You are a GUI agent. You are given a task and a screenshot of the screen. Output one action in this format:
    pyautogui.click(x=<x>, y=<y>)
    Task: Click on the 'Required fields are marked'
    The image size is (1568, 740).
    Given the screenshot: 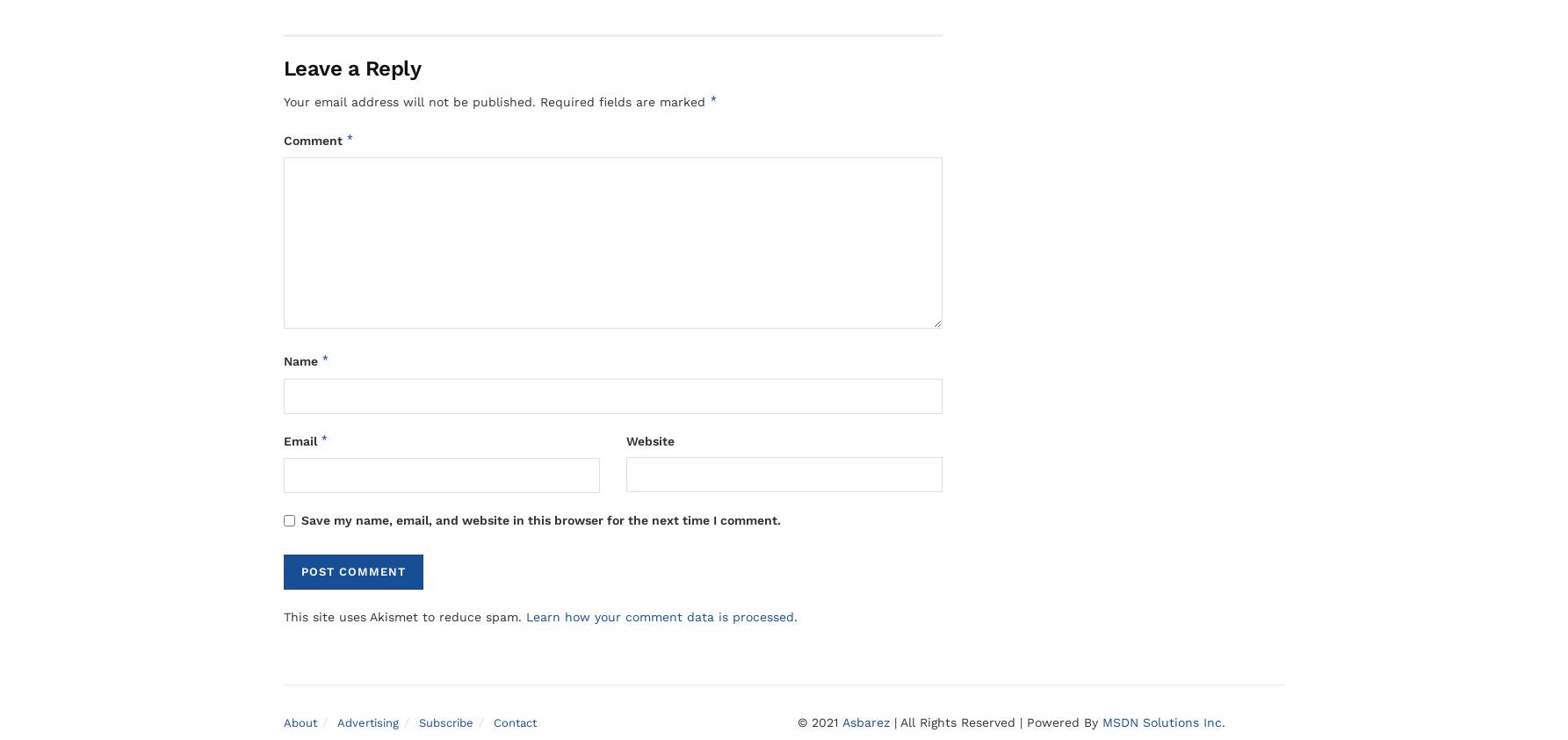 What is the action you would take?
    pyautogui.click(x=623, y=101)
    